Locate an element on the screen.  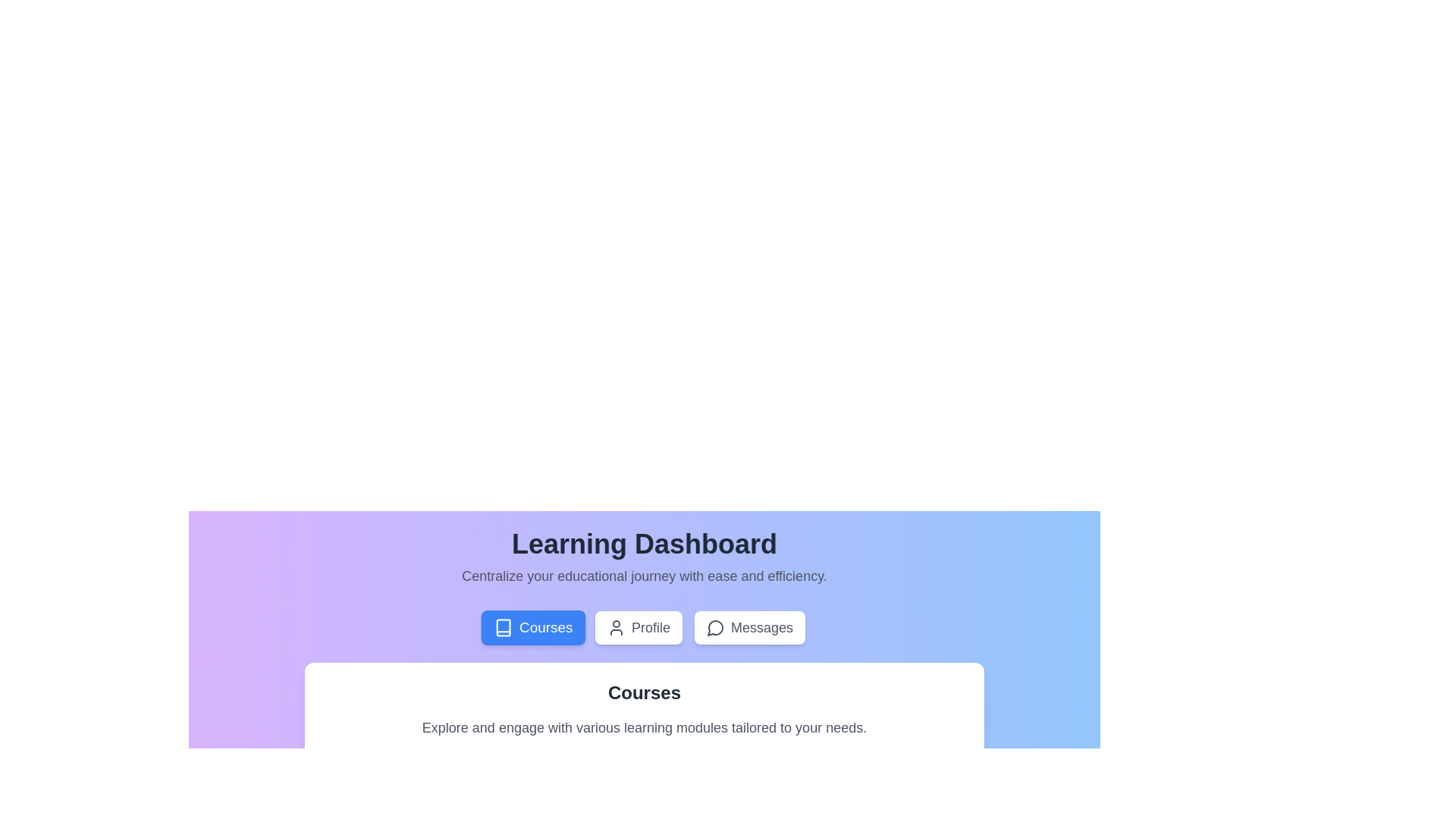
the Messages tab button to observe the hover effect is located at coordinates (749, 628).